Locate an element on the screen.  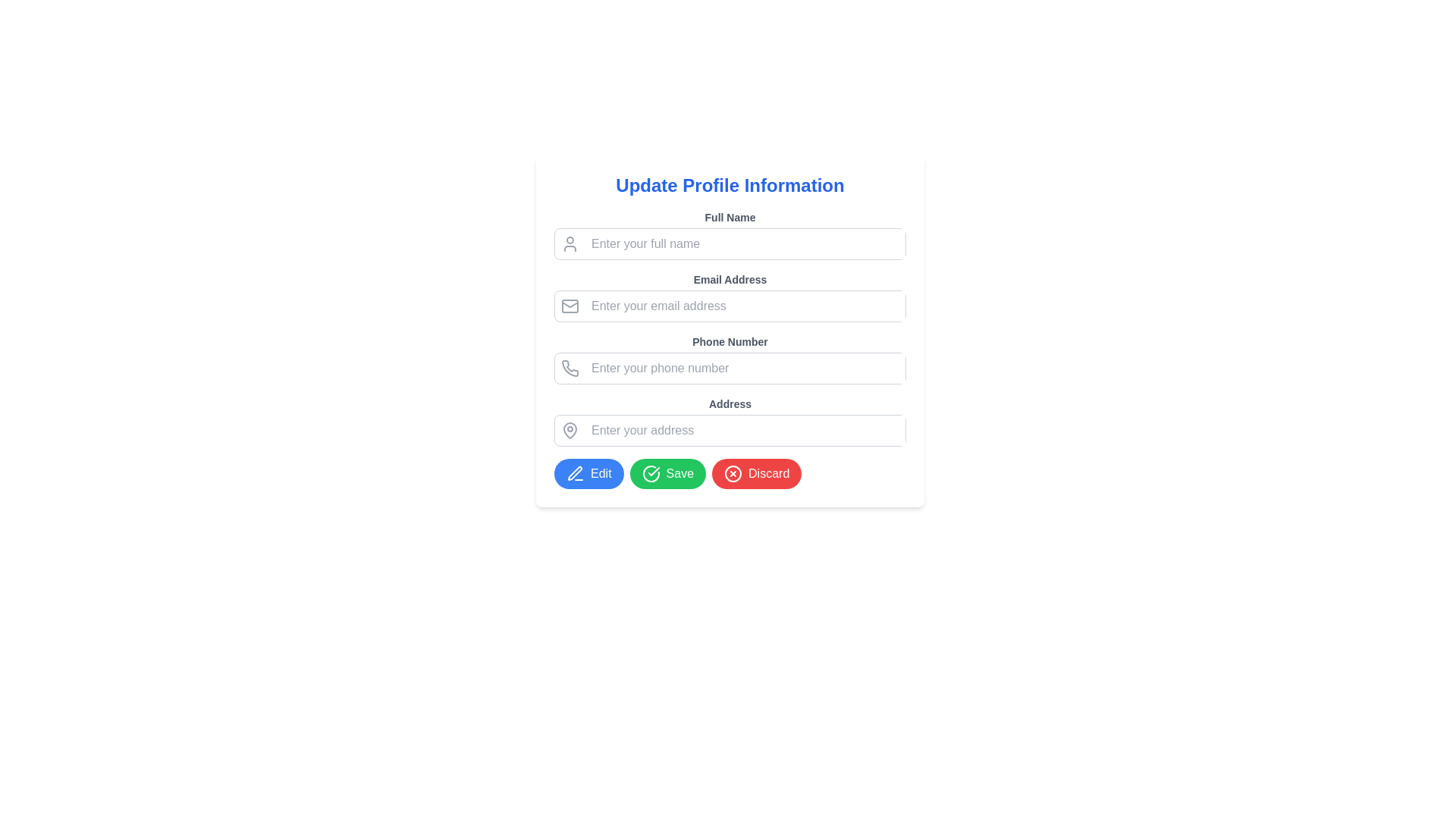
phone icon with a gray outline located to the left of the 'Enter your phone number' input field in the 'Phone Number' section of the form is located at coordinates (570, 369).